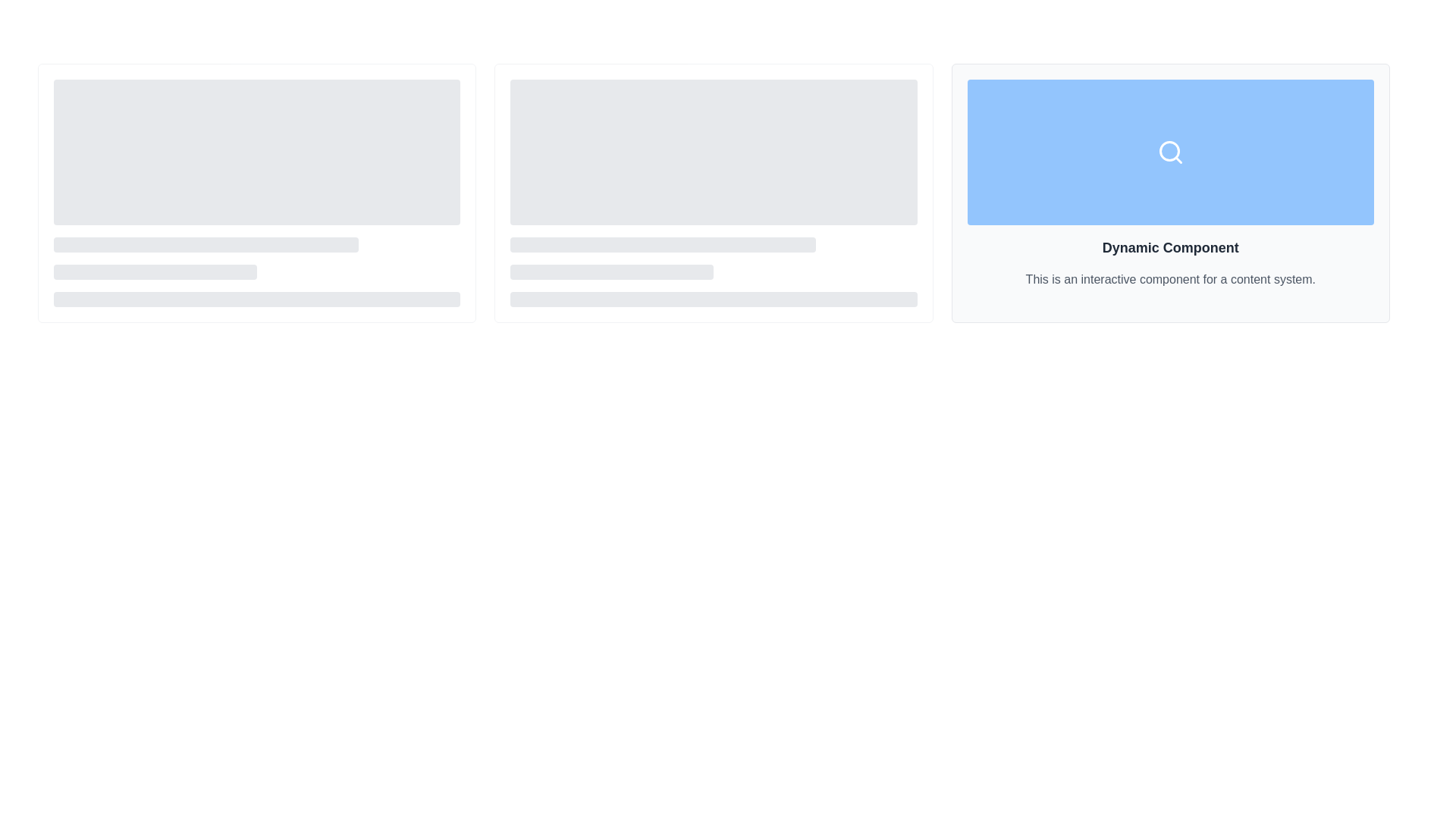  Describe the element at coordinates (1169, 192) in the screenshot. I see `the informational card displaying a title and description, located in the top-right corner of a three-column grid layout` at that location.